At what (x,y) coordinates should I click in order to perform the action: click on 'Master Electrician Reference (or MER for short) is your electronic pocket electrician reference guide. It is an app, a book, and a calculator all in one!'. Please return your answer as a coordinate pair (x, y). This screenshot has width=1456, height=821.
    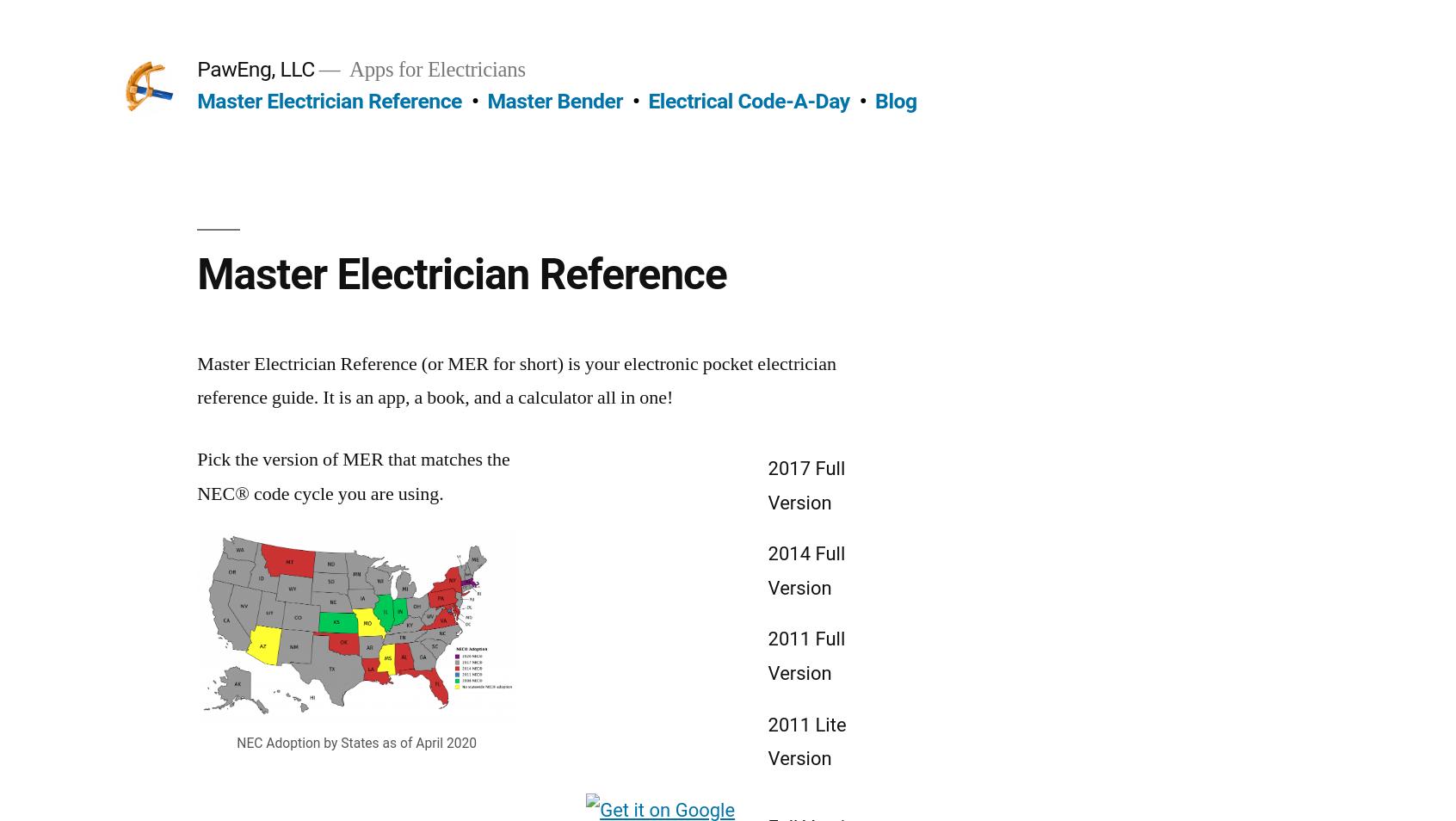
    Looking at the image, I should click on (515, 380).